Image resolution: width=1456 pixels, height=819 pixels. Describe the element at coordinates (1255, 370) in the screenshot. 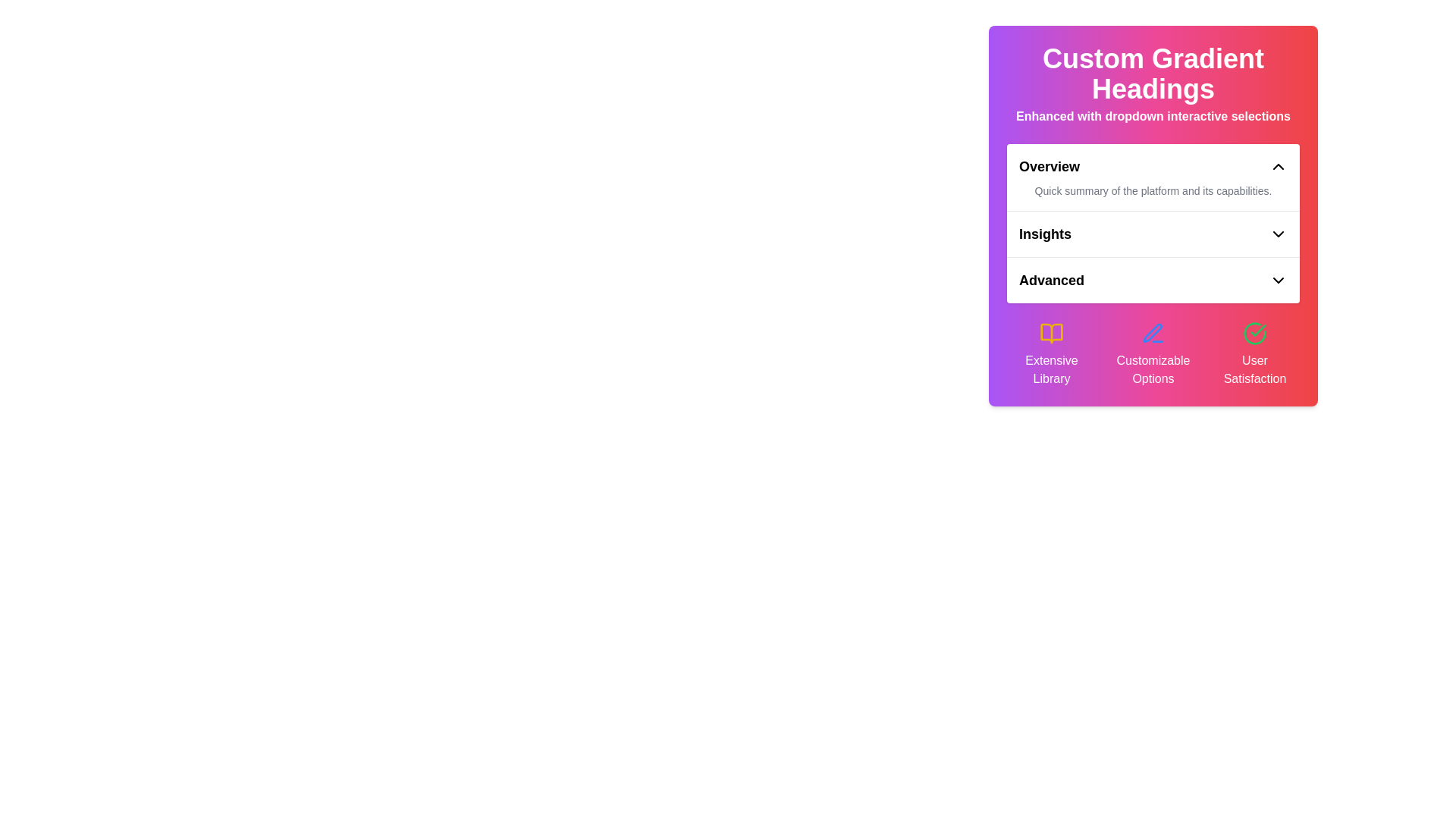

I see `the 'User Satisfaction' text label, which is styled with medium weight font in white color and located in the bottom-right section of the gradient panel` at that location.